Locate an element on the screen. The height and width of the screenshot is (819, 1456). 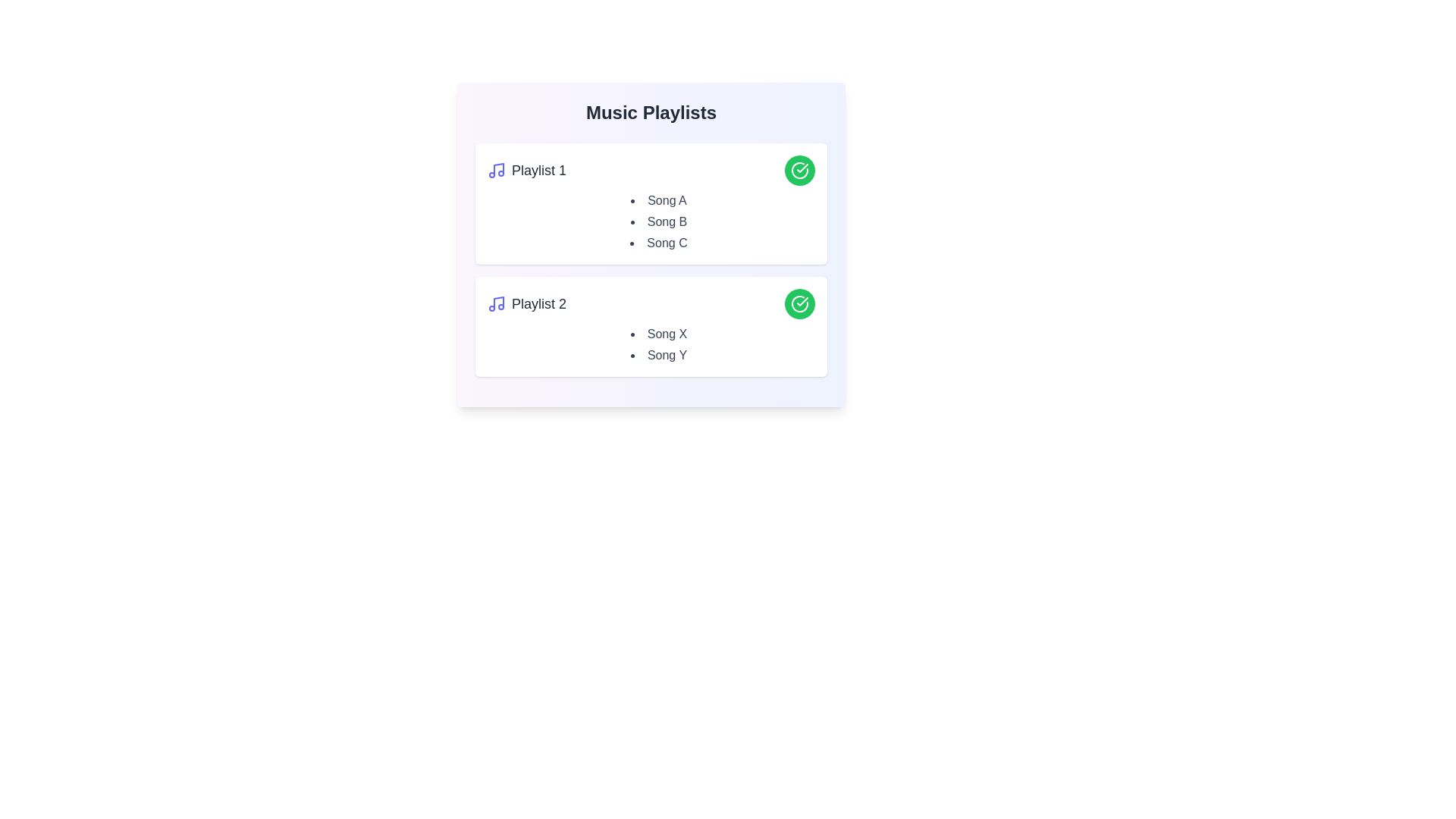
the playlist icon for Playlist 1 is located at coordinates (496, 170).